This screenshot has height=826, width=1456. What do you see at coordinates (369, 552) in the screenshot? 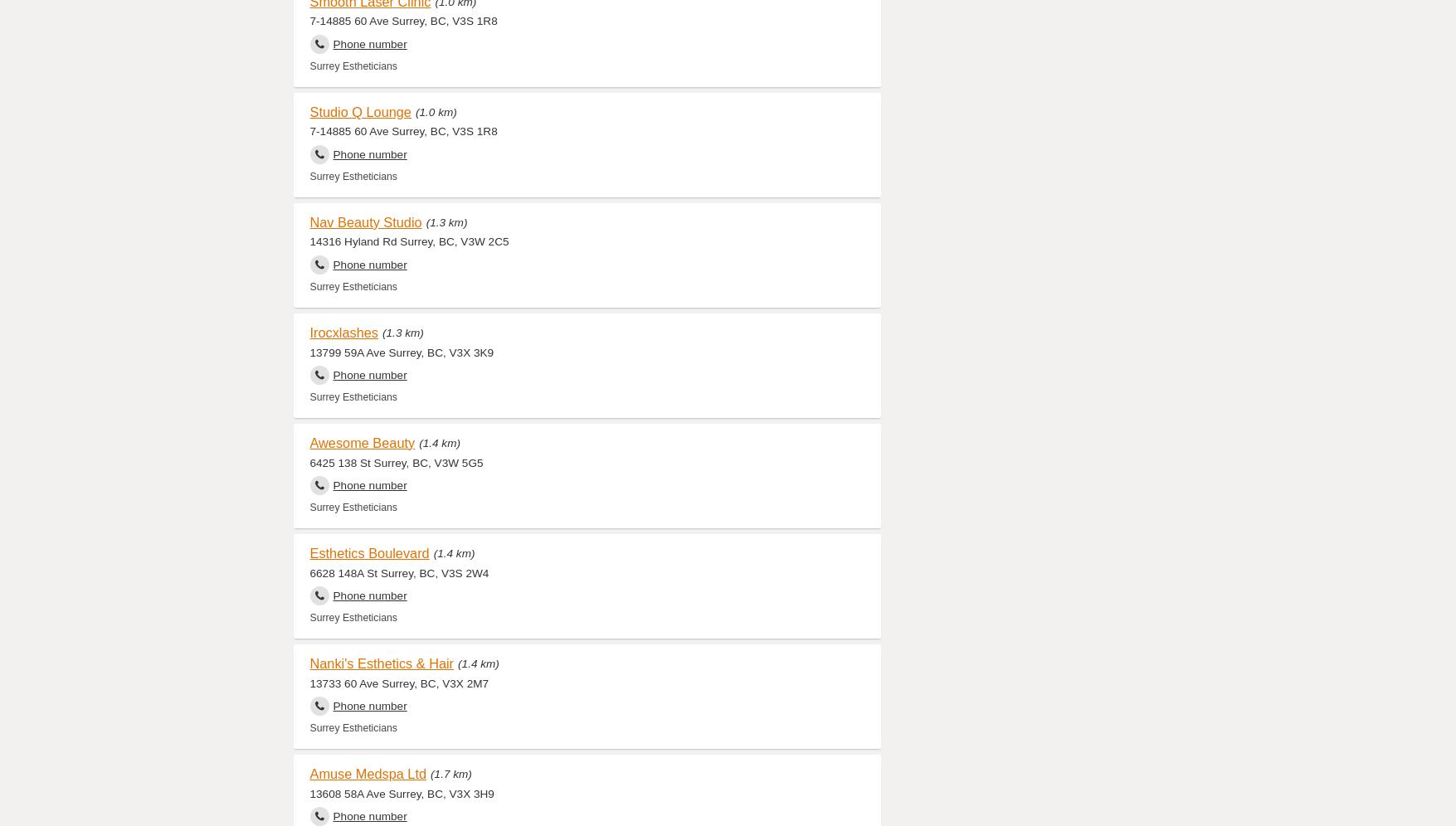
I see `'Esthetics Boulevard'` at bounding box center [369, 552].